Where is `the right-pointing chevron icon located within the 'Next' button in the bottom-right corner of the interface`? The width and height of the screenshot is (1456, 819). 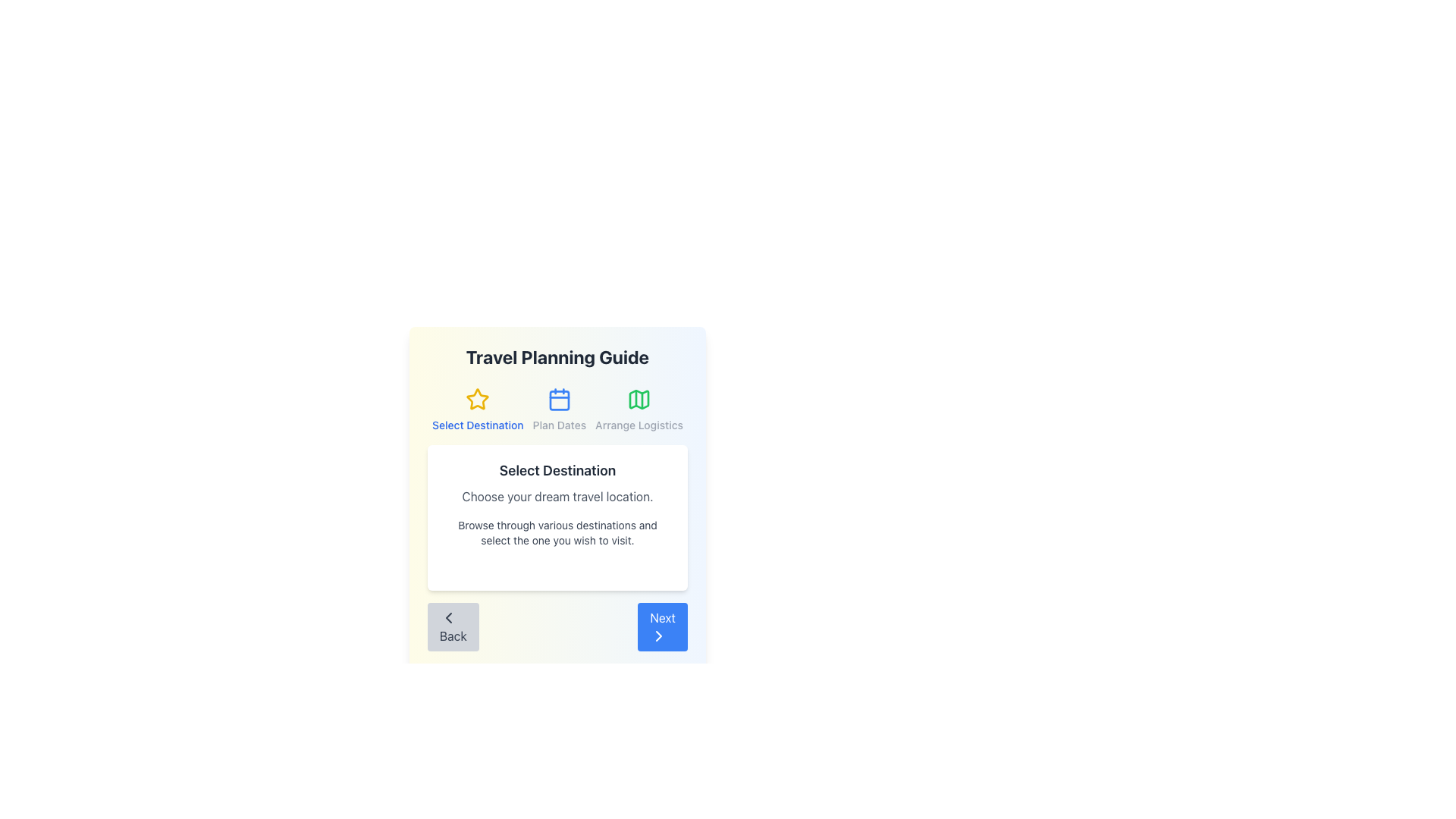 the right-pointing chevron icon located within the 'Next' button in the bottom-right corner of the interface is located at coordinates (659, 636).